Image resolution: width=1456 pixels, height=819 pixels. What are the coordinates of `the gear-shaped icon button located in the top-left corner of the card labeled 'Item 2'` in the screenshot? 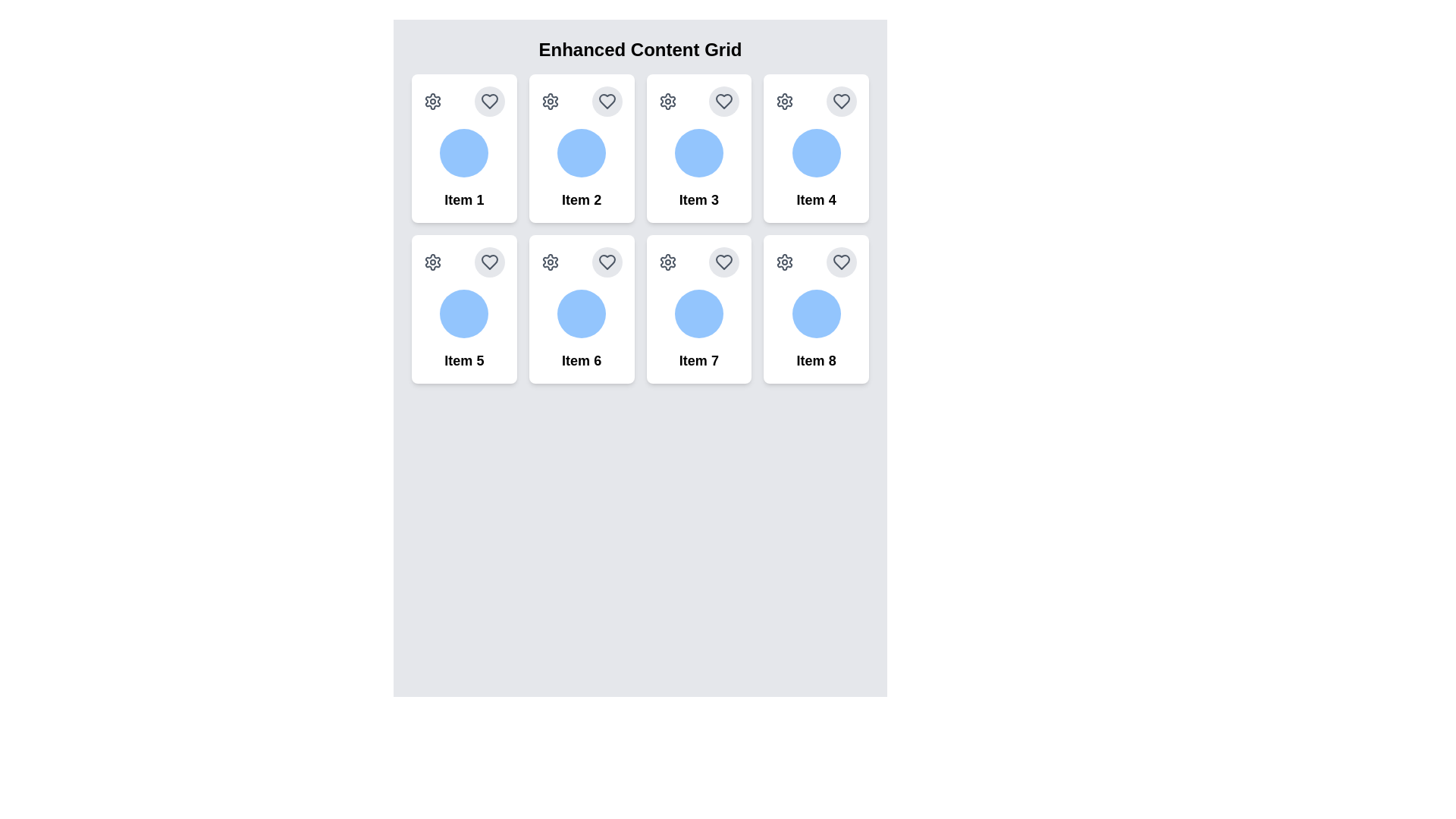 It's located at (549, 102).